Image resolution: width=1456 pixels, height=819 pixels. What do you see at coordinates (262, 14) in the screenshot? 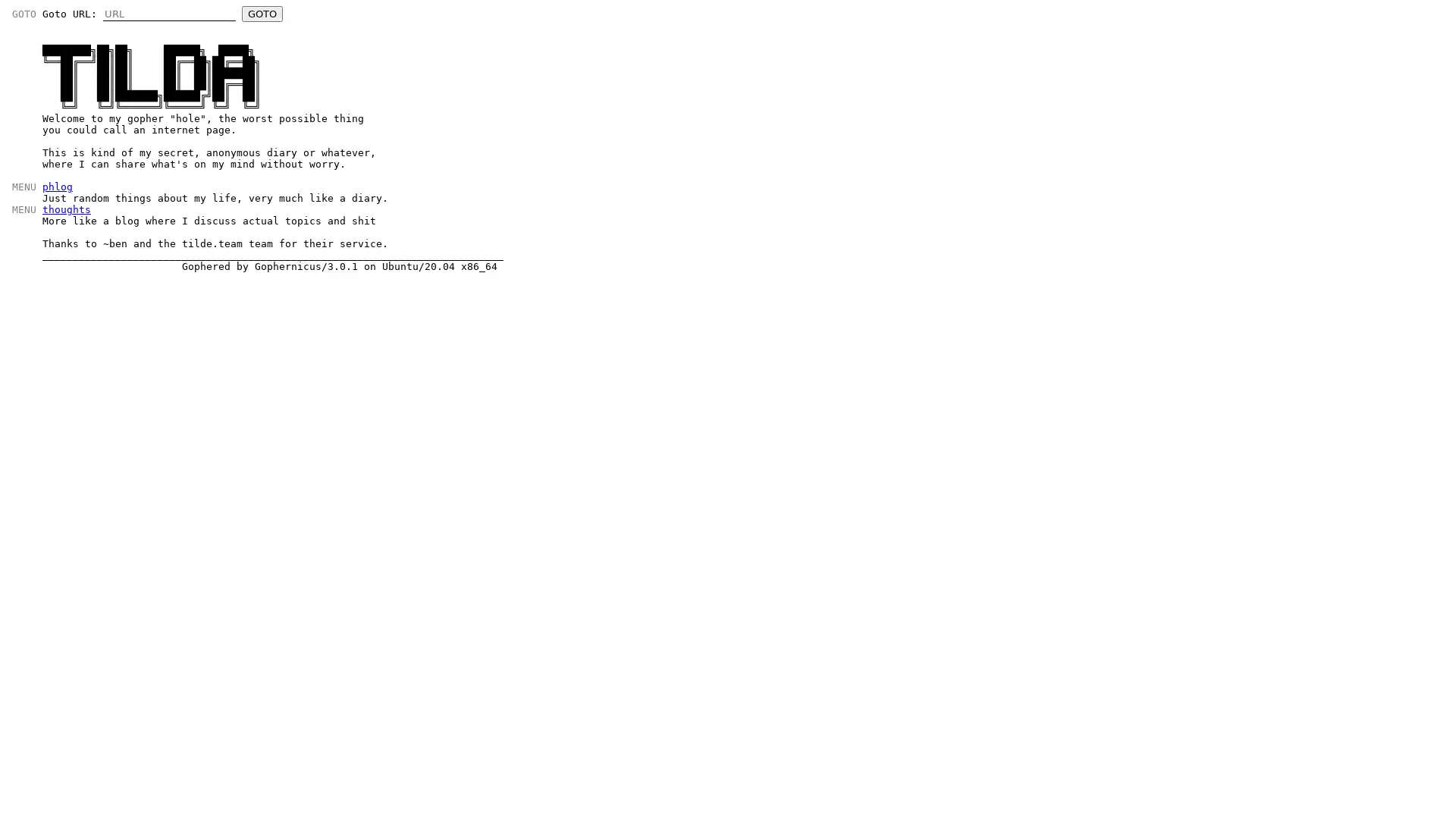
I see `GOTO` at bounding box center [262, 14].